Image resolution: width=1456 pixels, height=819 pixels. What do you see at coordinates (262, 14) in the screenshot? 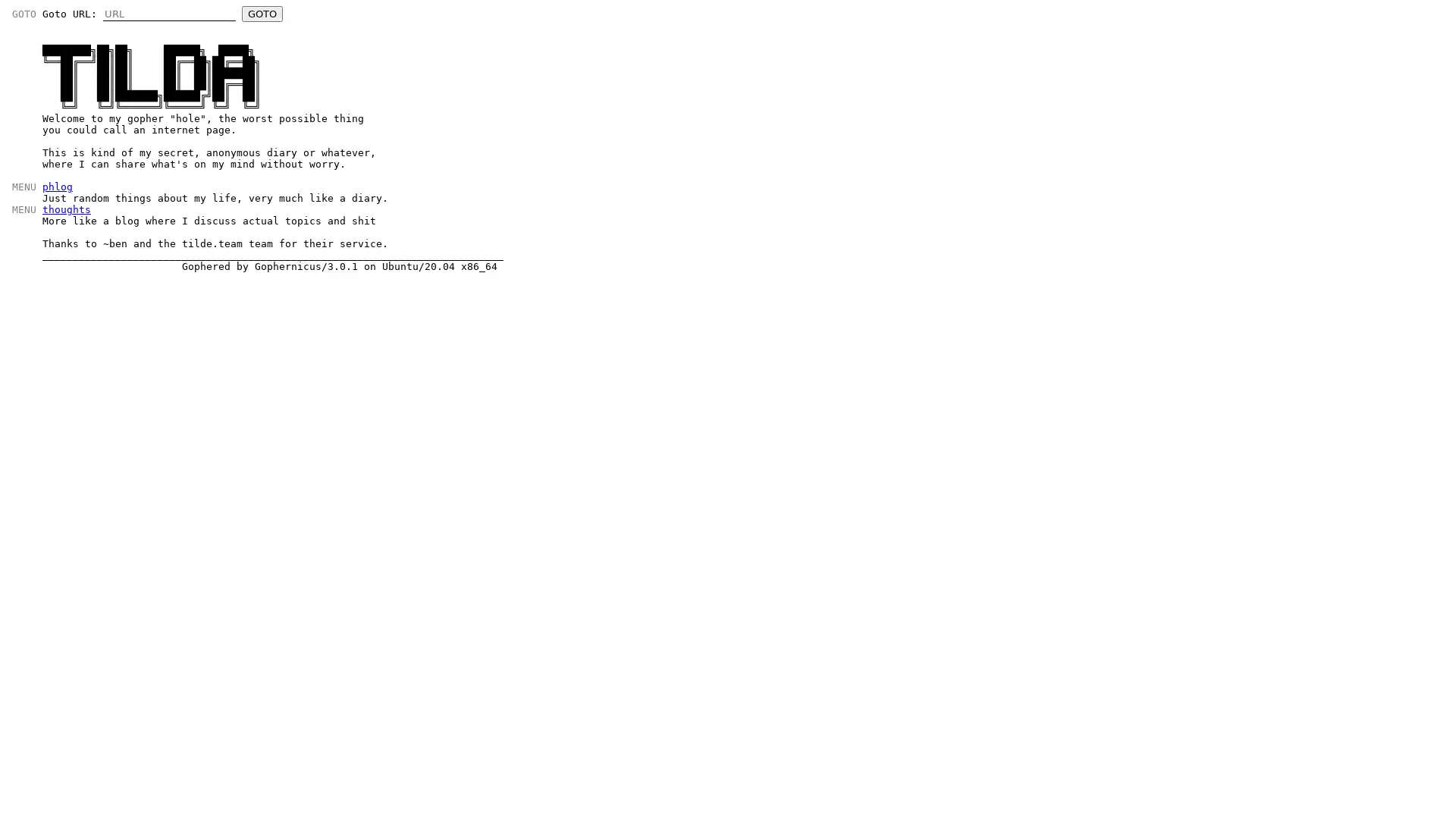
I see `GOTO` at bounding box center [262, 14].